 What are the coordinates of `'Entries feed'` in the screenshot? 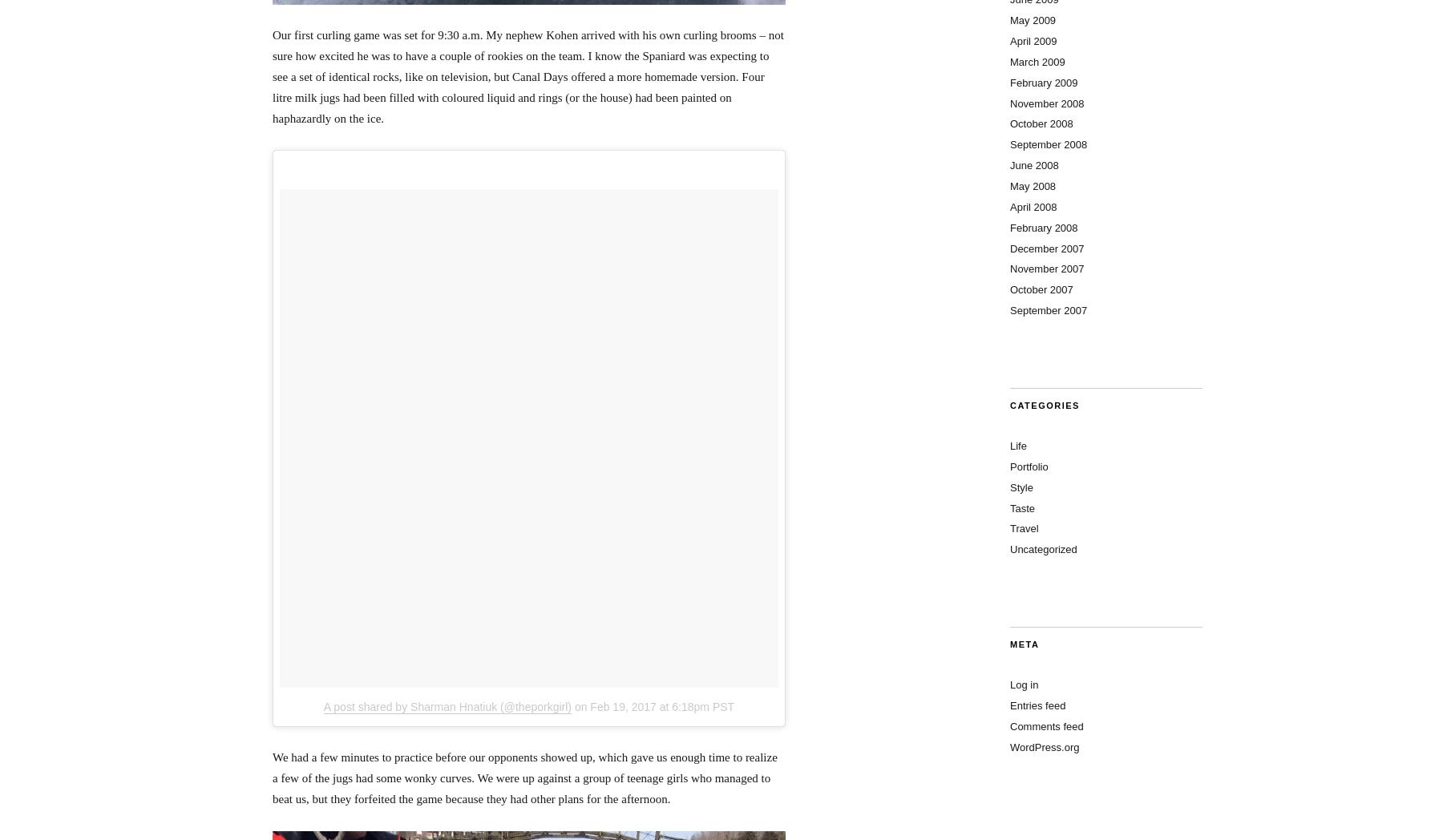 It's located at (1037, 705).